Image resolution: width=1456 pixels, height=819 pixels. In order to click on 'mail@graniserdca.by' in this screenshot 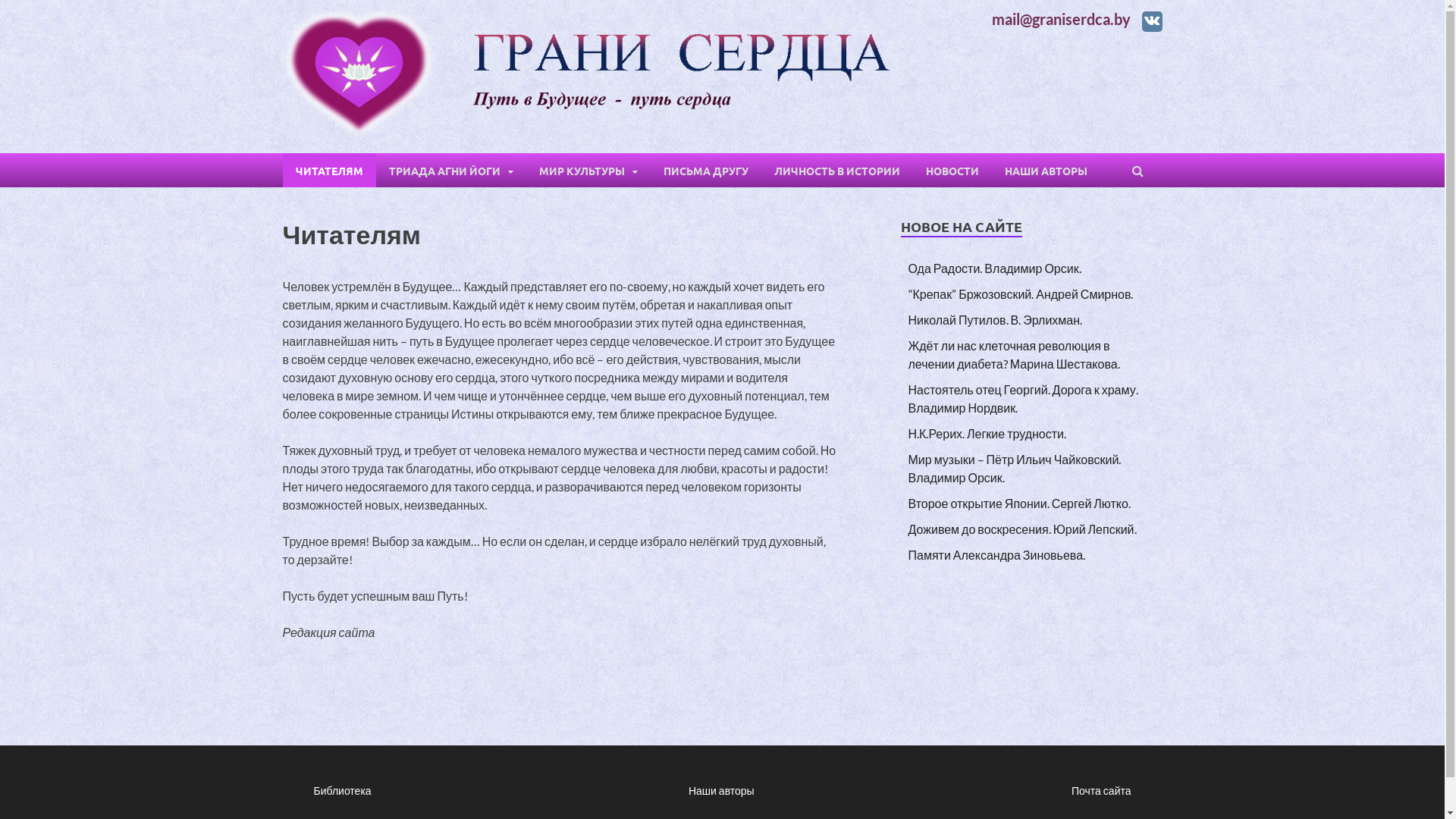, I will do `click(1060, 18)`.